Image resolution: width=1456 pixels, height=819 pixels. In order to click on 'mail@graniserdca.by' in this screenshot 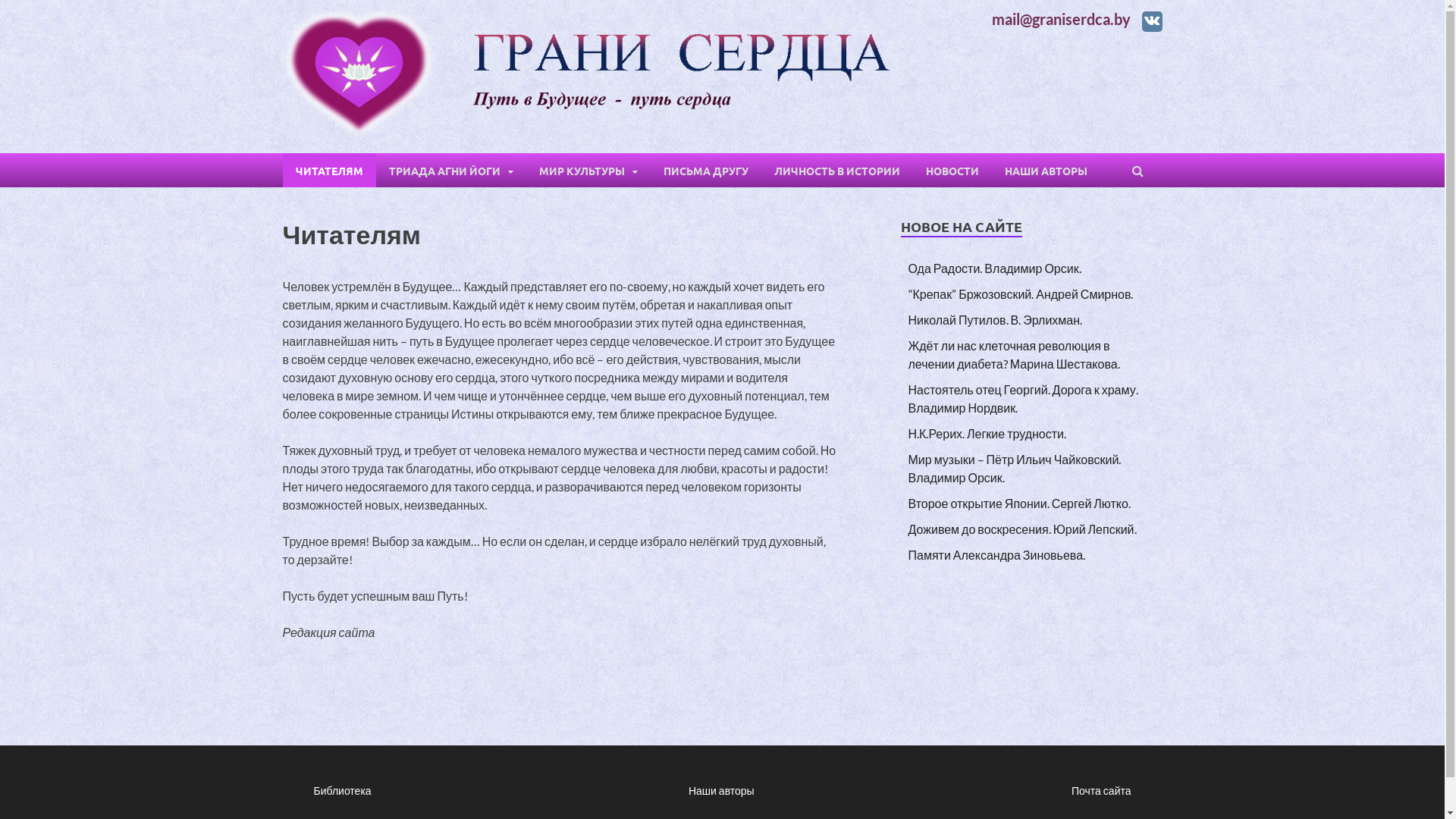, I will do `click(1060, 18)`.